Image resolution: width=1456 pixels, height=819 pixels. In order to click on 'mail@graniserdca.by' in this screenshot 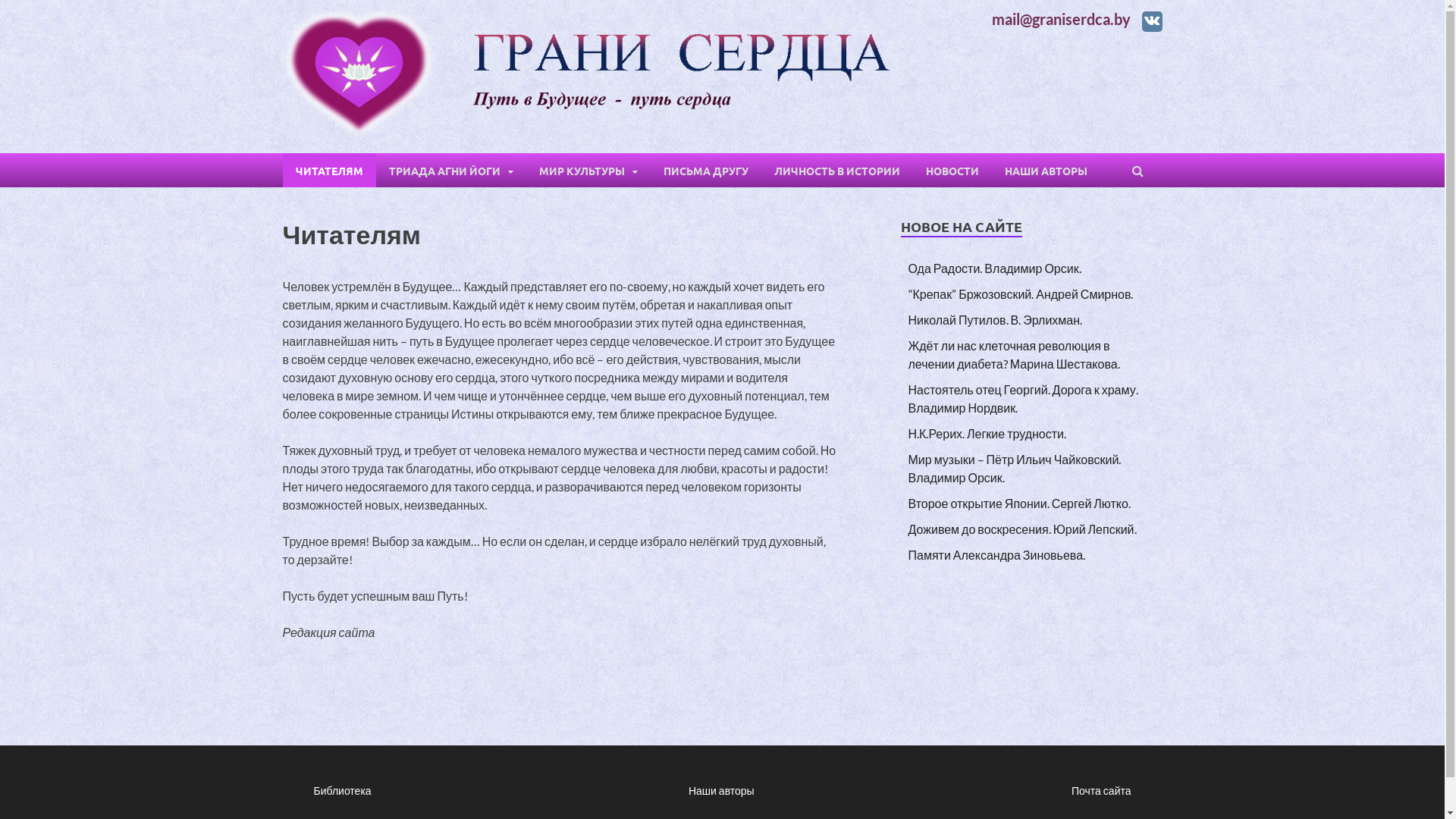, I will do `click(1060, 18)`.